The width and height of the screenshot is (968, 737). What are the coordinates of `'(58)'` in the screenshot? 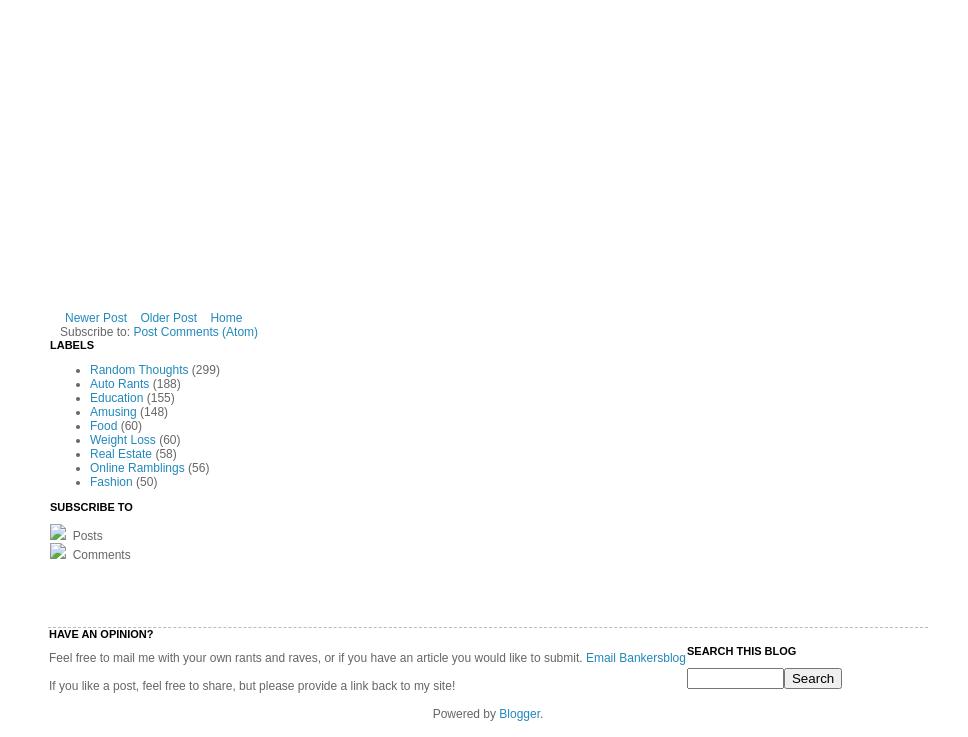 It's located at (165, 453).